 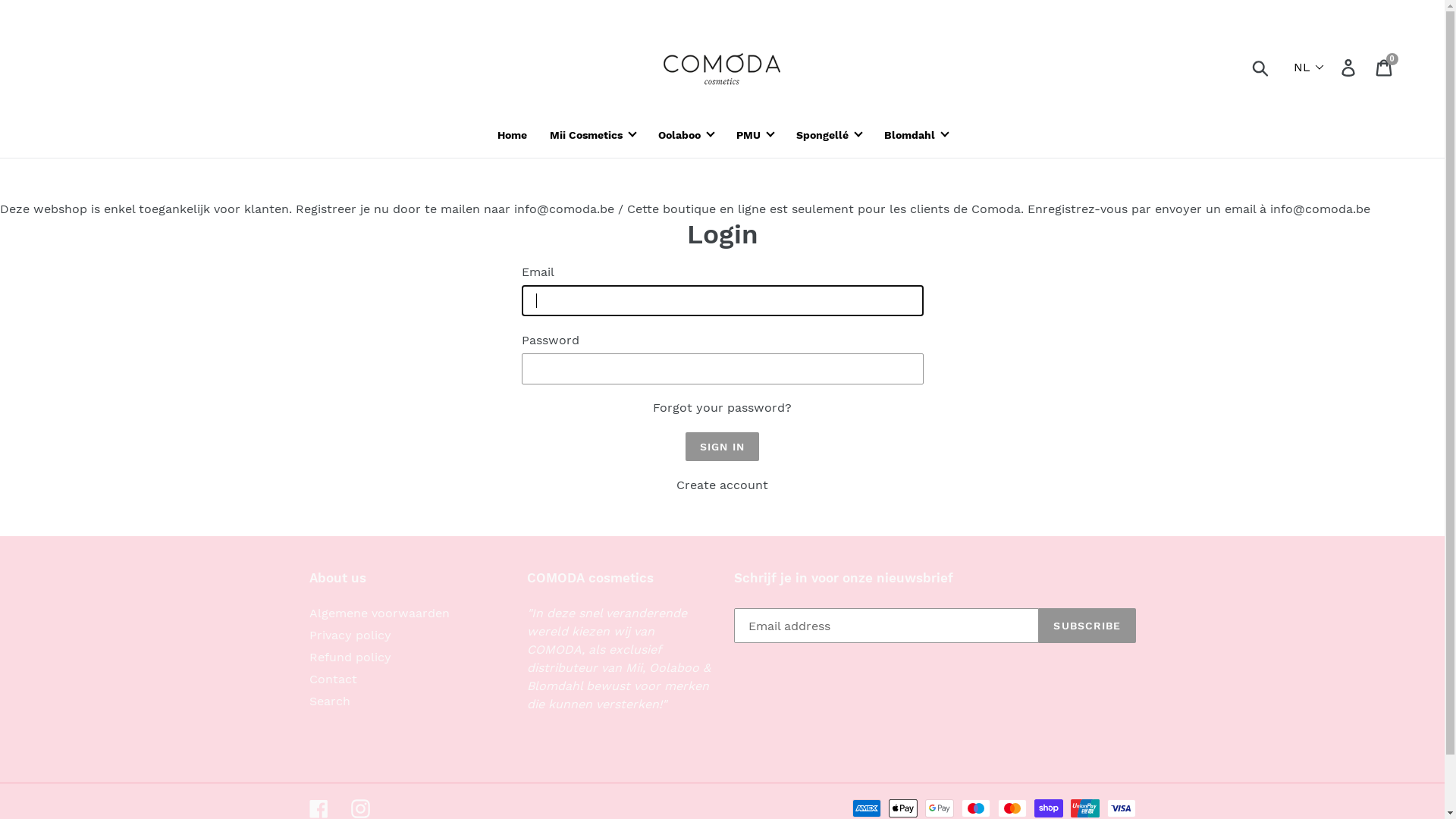 I want to click on 'Log in', so click(x=1331, y=66).